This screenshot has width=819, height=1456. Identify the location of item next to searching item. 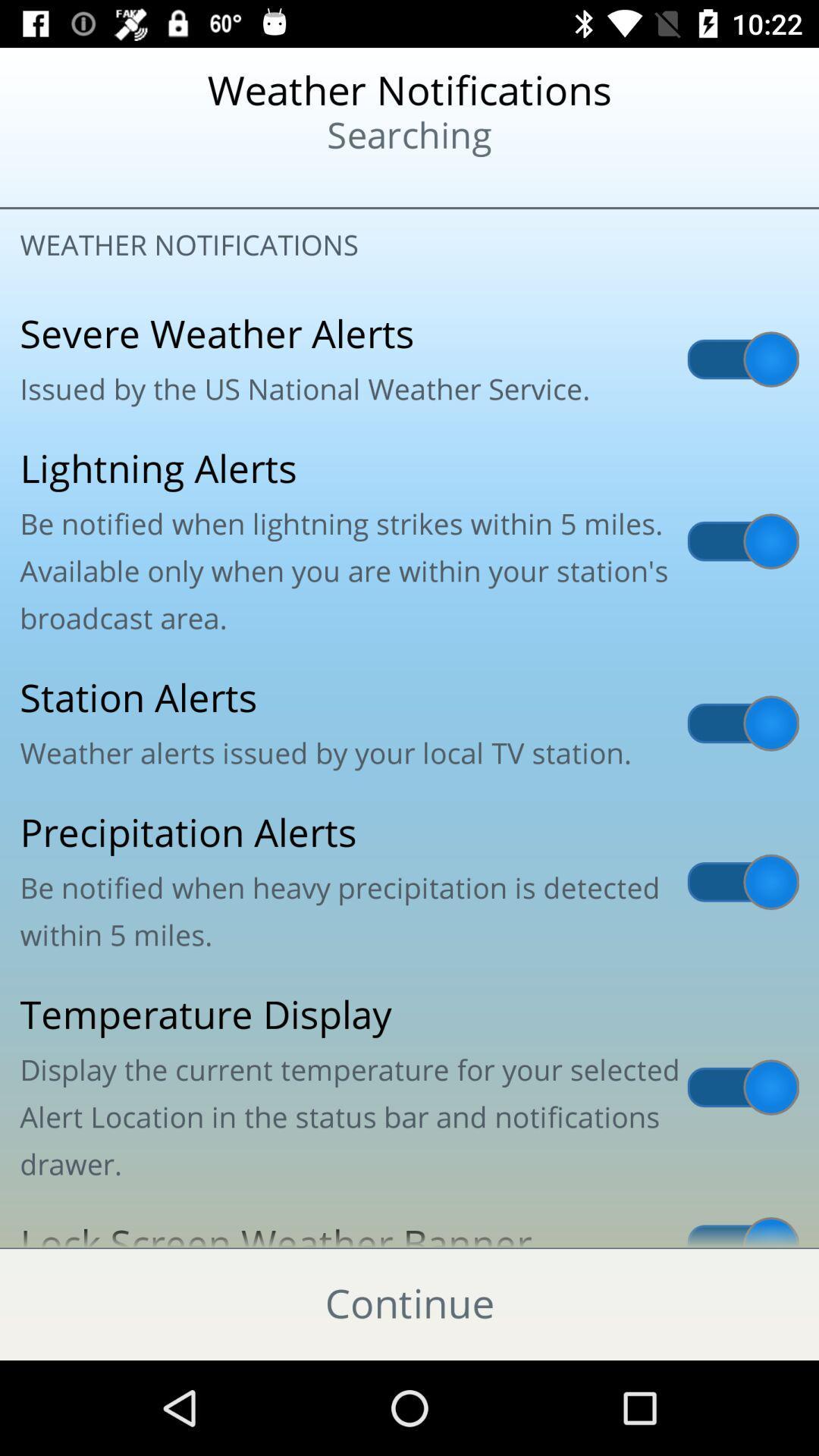
(99, 182).